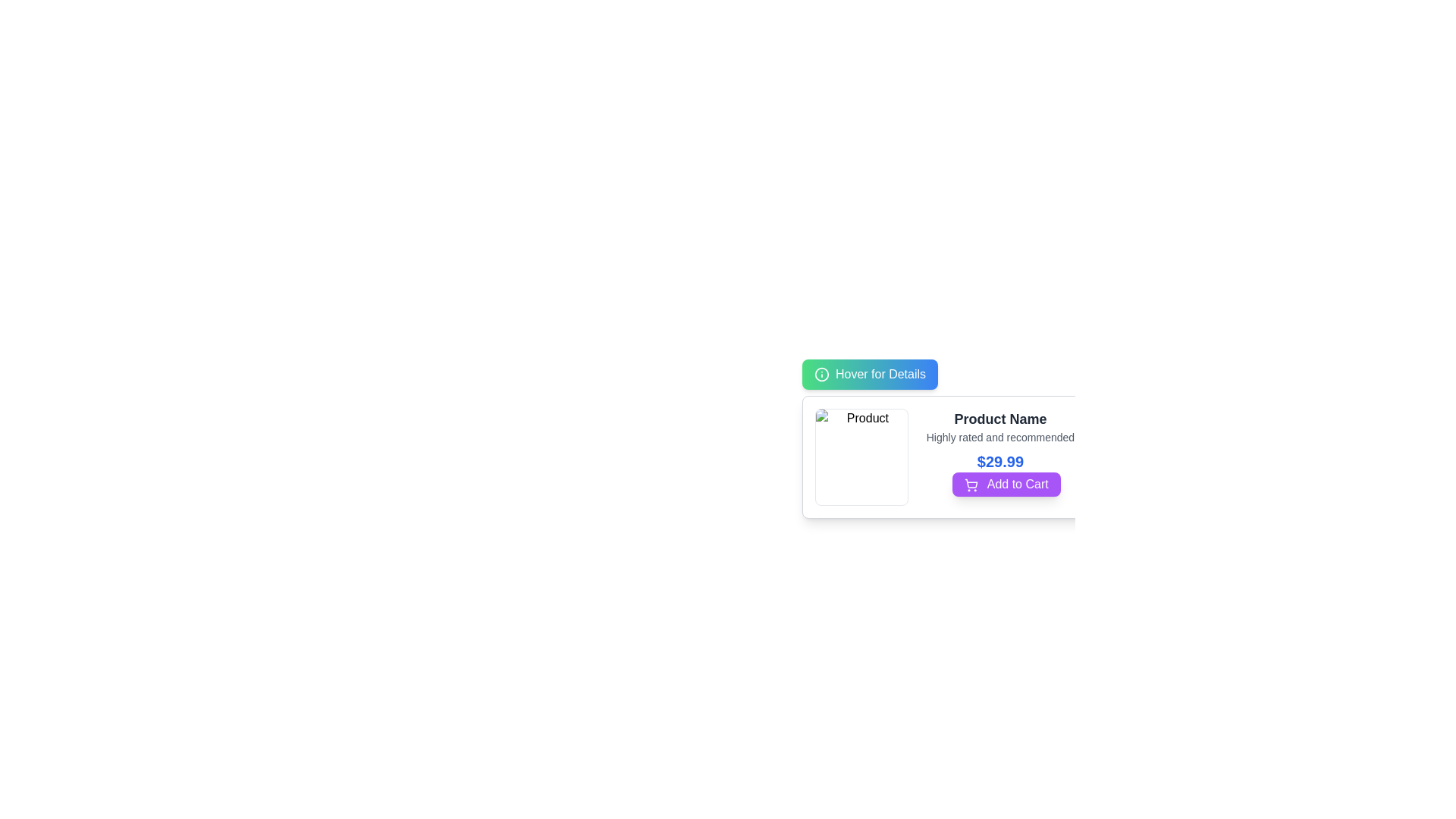 The image size is (1456, 819). Describe the element at coordinates (861, 456) in the screenshot. I see `the image placeholder labeled 'Product' located in the top-left corner of the product card` at that location.